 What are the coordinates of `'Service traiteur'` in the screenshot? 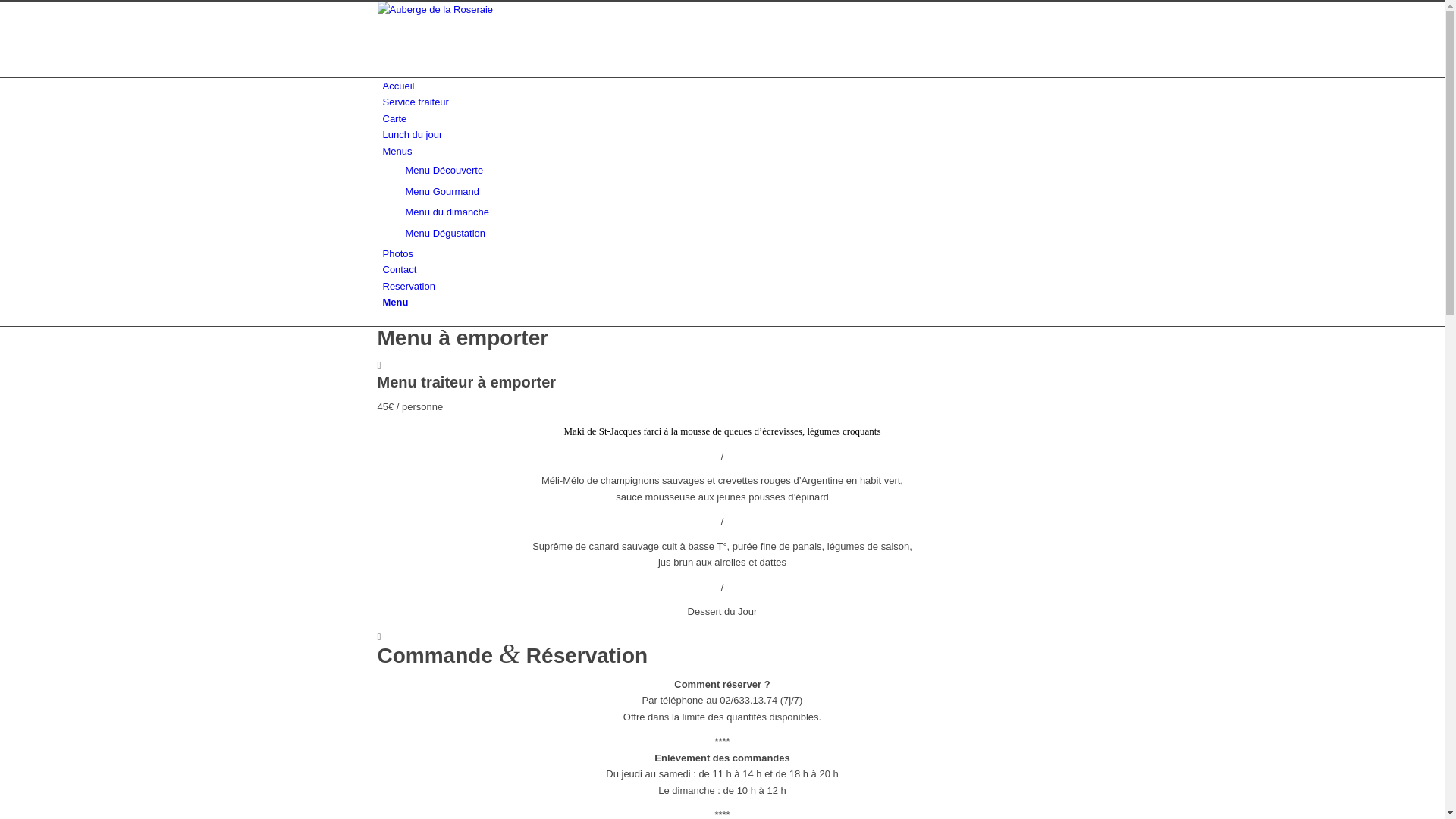 It's located at (382, 102).